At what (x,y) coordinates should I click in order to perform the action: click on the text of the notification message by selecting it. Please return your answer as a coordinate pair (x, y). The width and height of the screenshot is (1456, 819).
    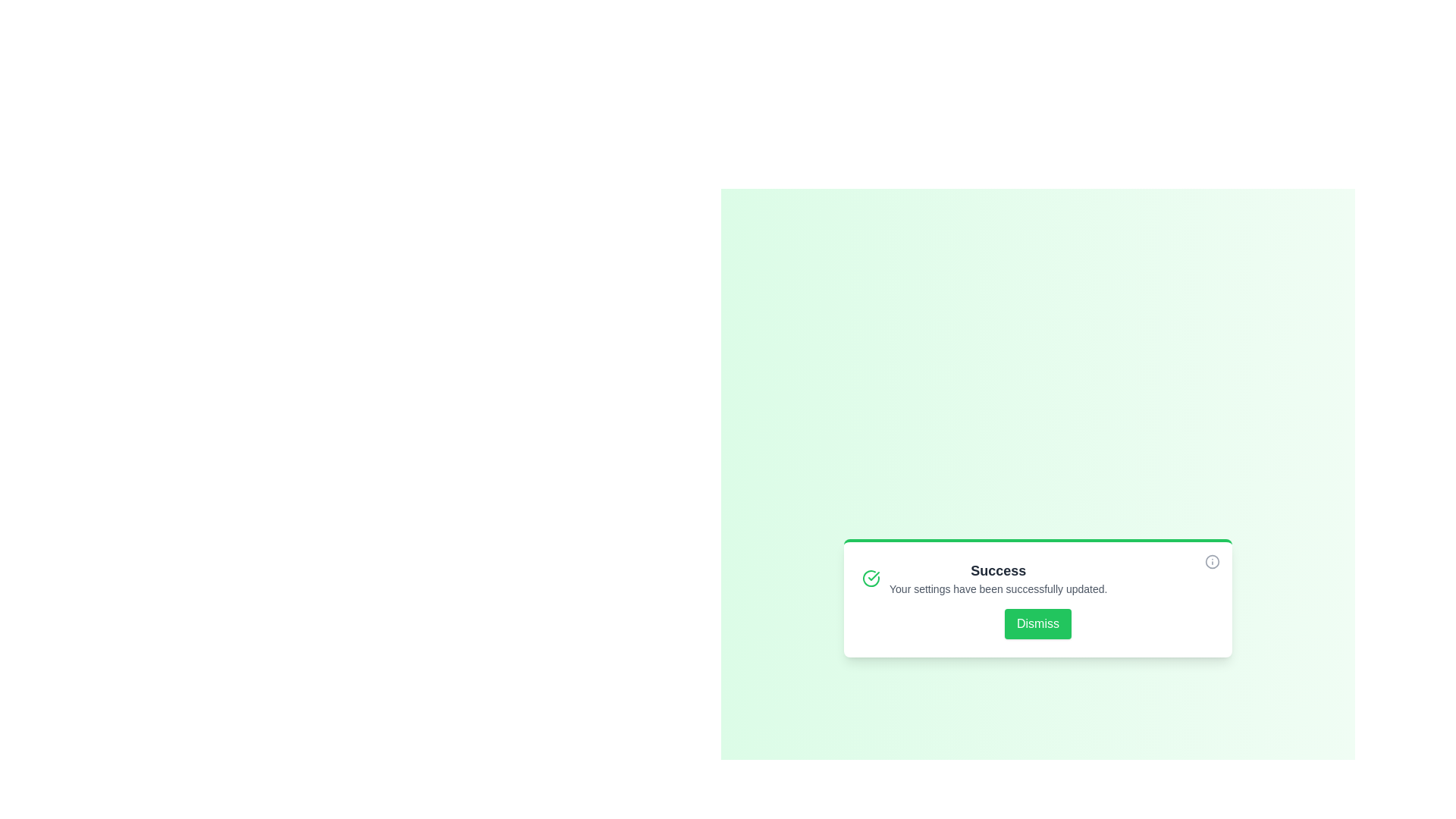
    Looking at the image, I should click on (889, 560).